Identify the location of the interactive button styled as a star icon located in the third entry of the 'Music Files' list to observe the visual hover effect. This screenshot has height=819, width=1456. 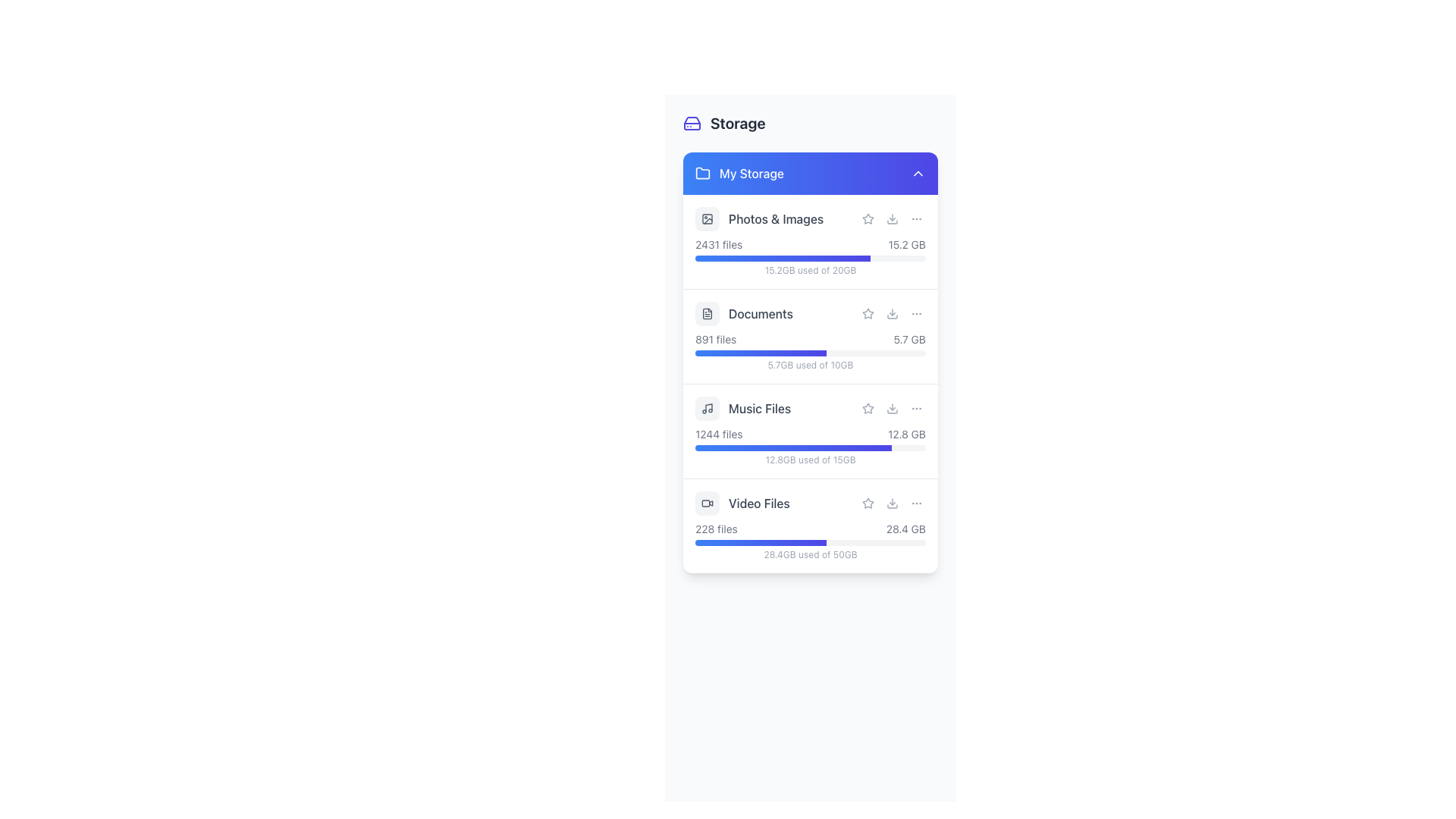
(868, 408).